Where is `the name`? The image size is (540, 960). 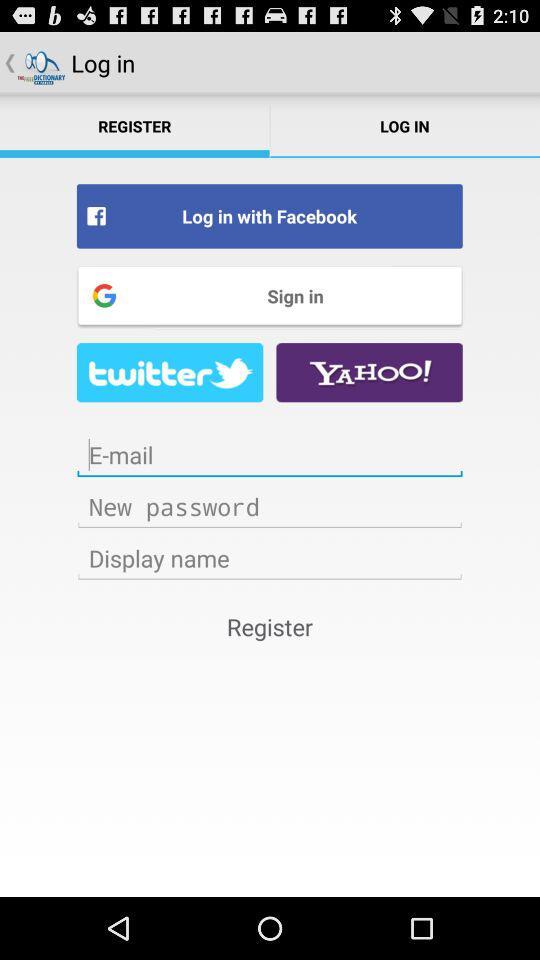 the name is located at coordinates (270, 558).